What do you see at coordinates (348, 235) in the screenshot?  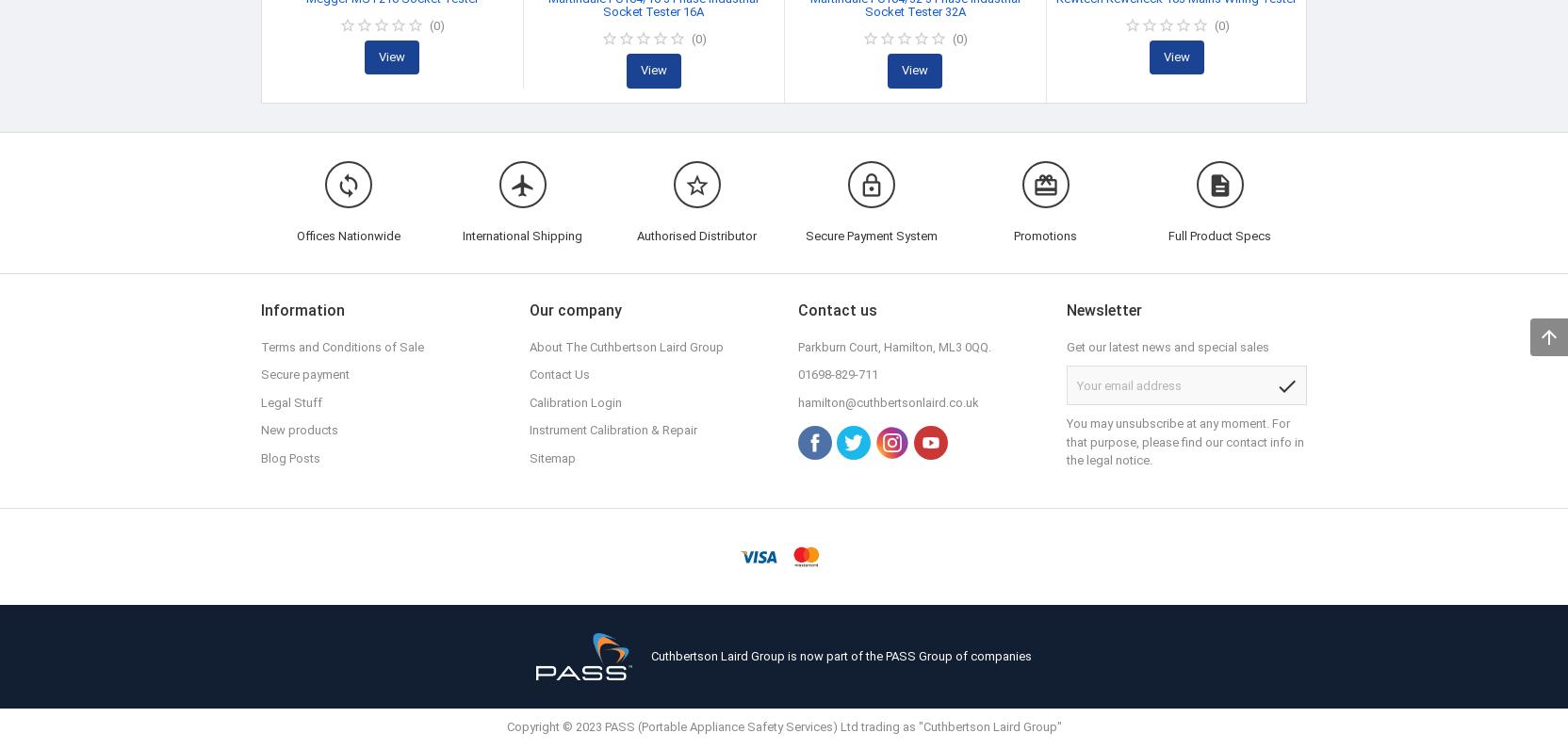 I see `'Offices Nationwide'` at bounding box center [348, 235].